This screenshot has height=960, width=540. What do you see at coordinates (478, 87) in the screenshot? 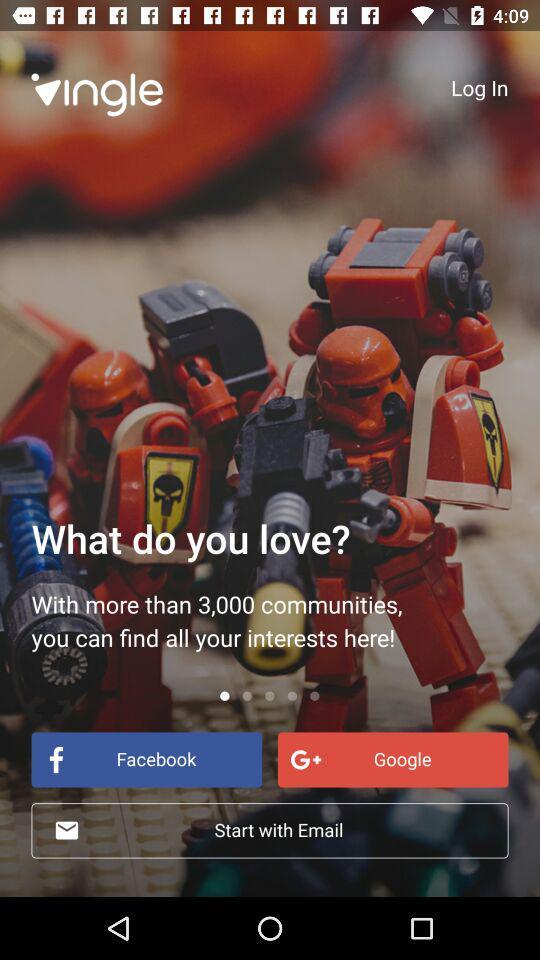
I see `the item above the google` at bounding box center [478, 87].